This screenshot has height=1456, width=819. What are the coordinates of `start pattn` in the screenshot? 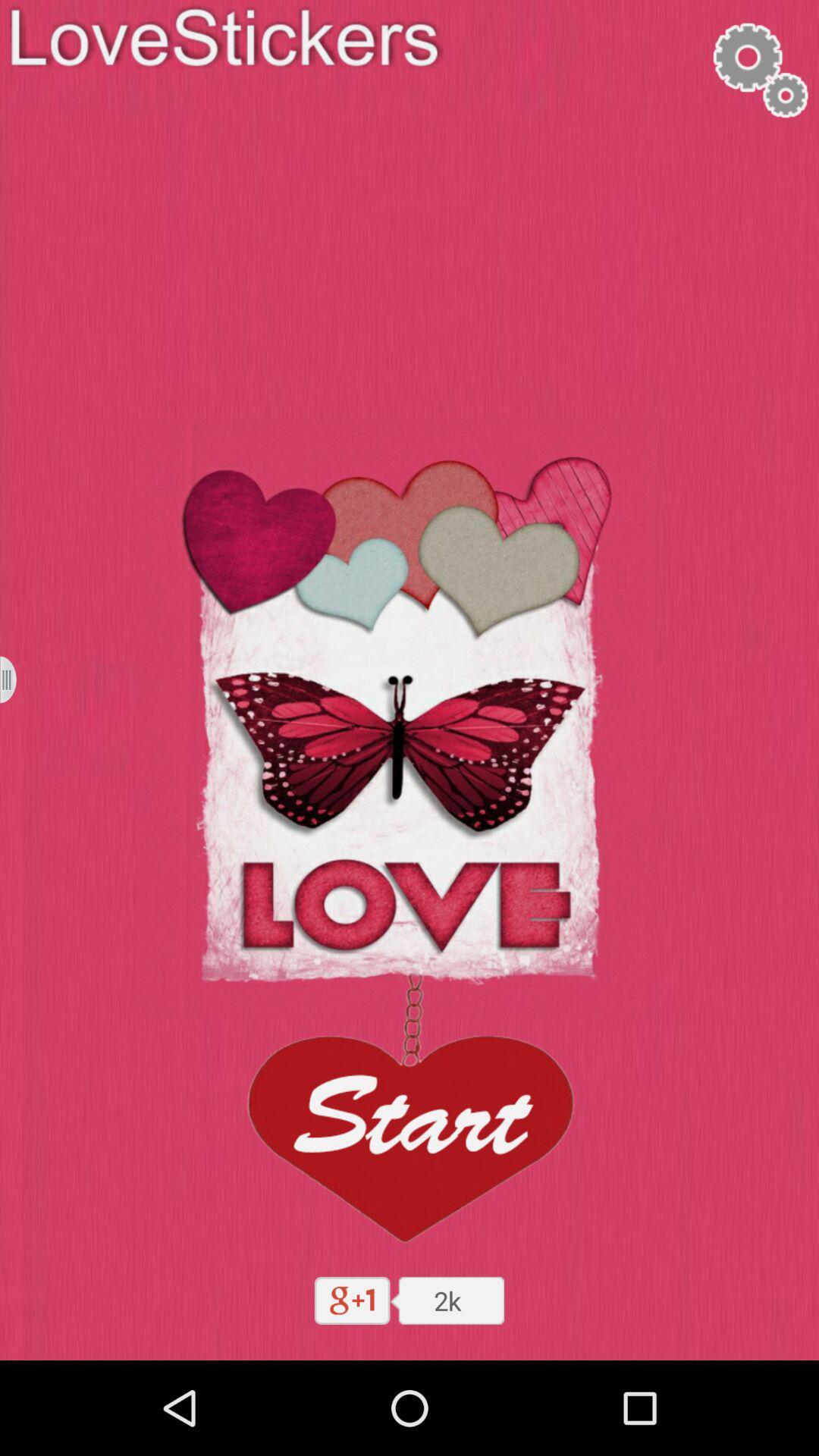 It's located at (408, 1114).